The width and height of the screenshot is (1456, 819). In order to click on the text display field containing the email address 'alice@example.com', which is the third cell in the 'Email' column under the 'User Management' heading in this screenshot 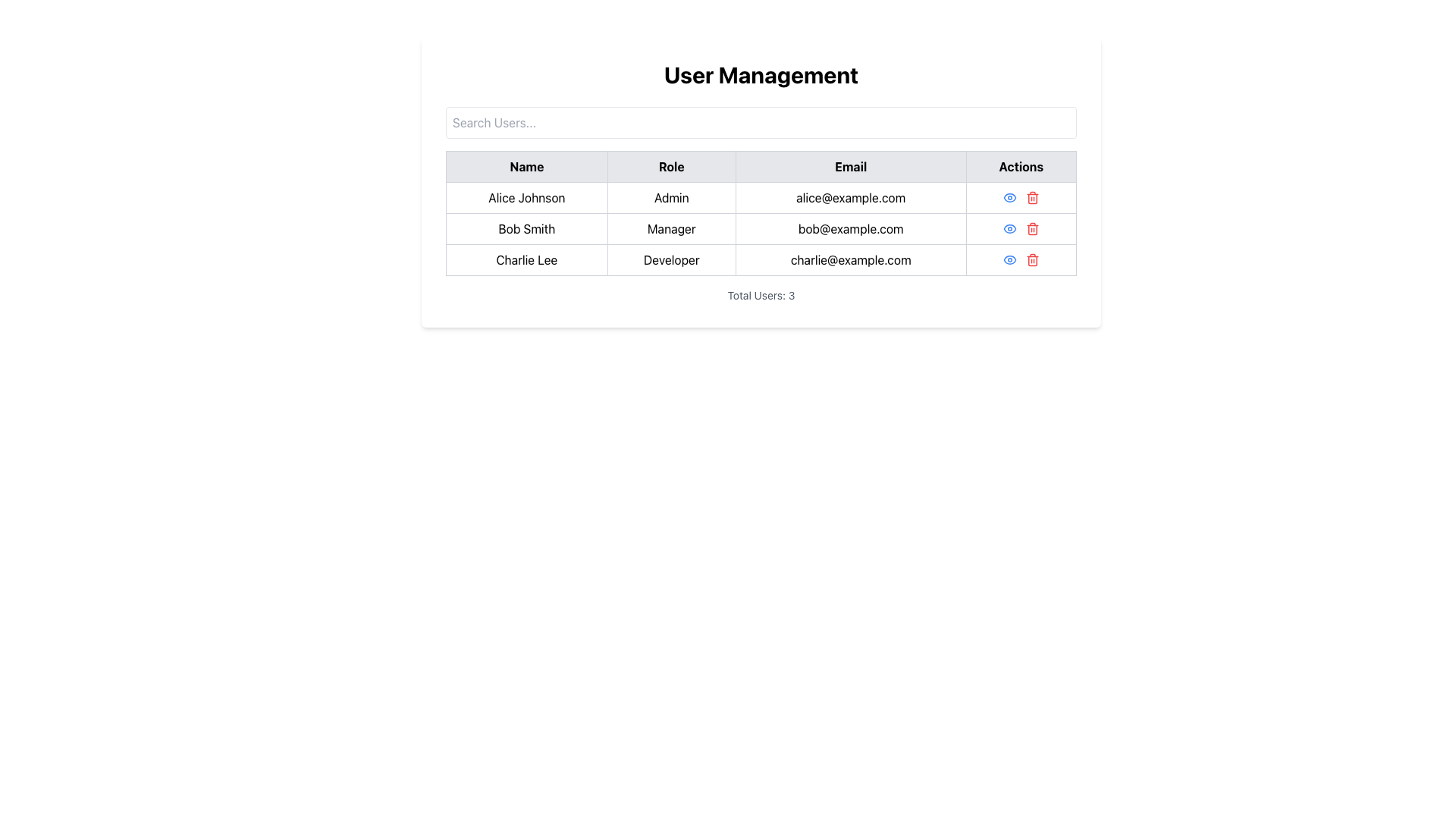, I will do `click(851, 197)`.